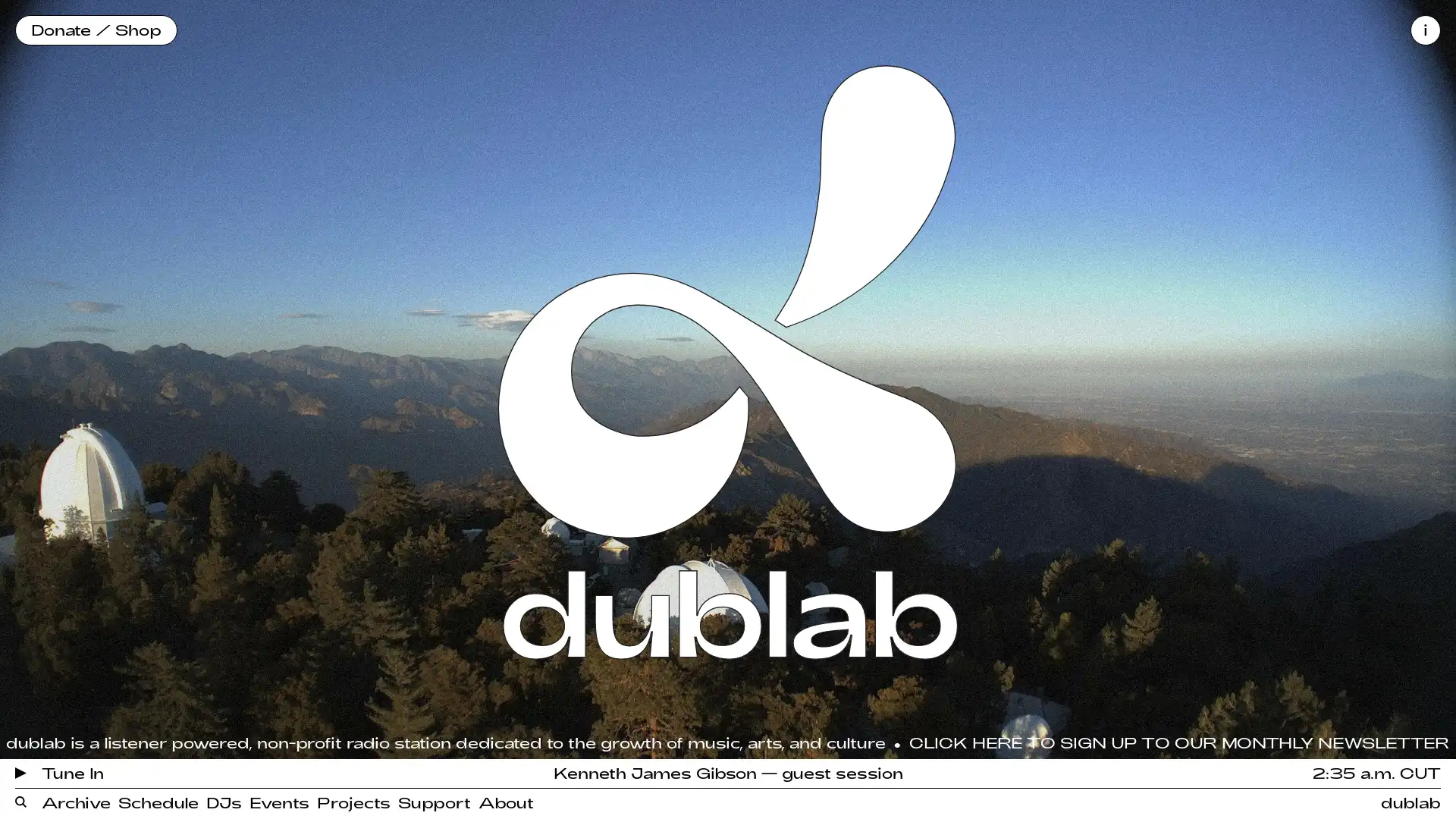 Image resolution: width=1456 pixels, height=819 pixels. Describe the element at coordinates (59, 772) in the screenshot. I see `Tune In` at that location.